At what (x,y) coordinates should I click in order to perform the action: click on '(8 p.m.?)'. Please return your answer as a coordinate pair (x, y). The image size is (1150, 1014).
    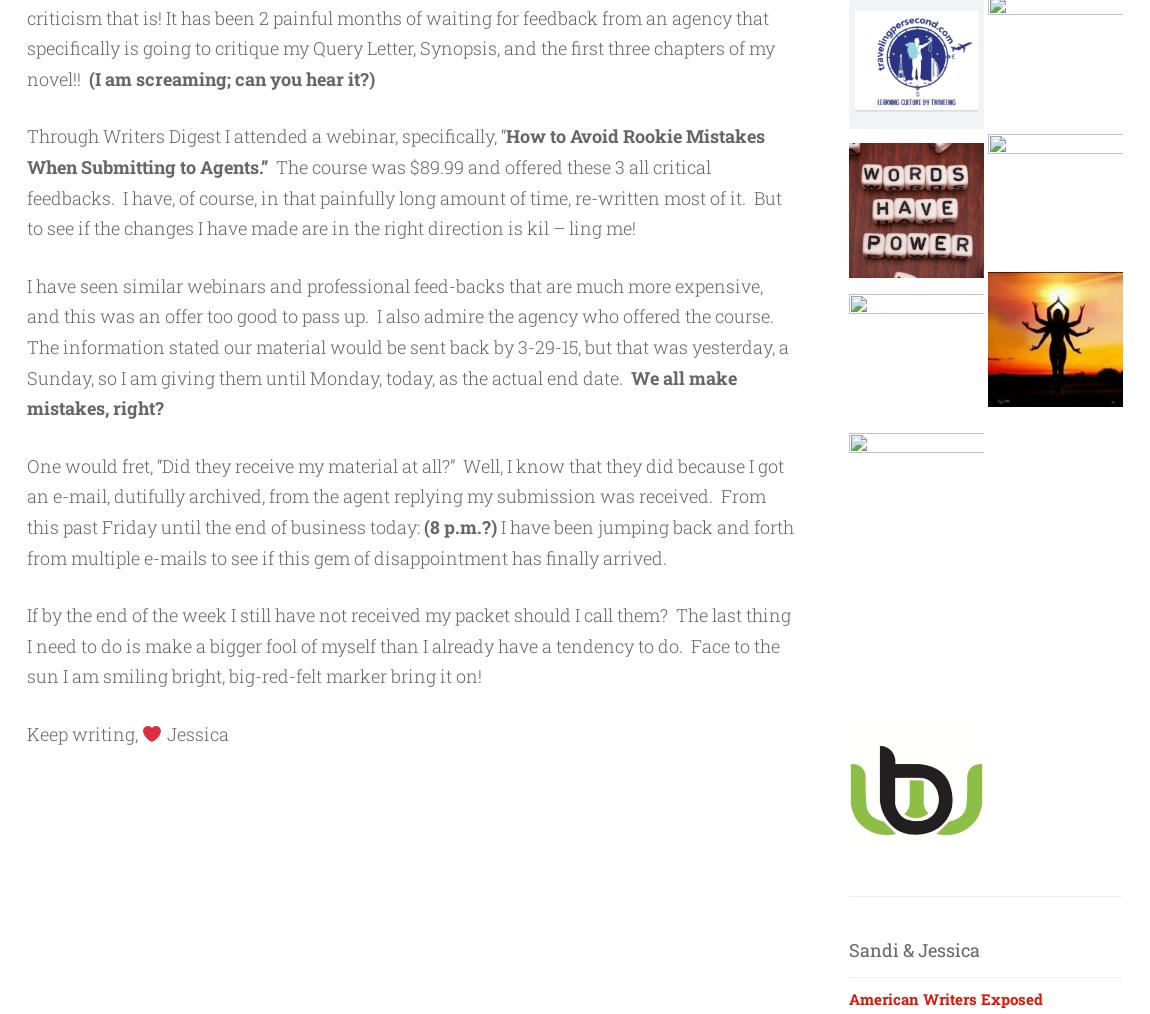
    Looking at the image, I should click on (460, 525).